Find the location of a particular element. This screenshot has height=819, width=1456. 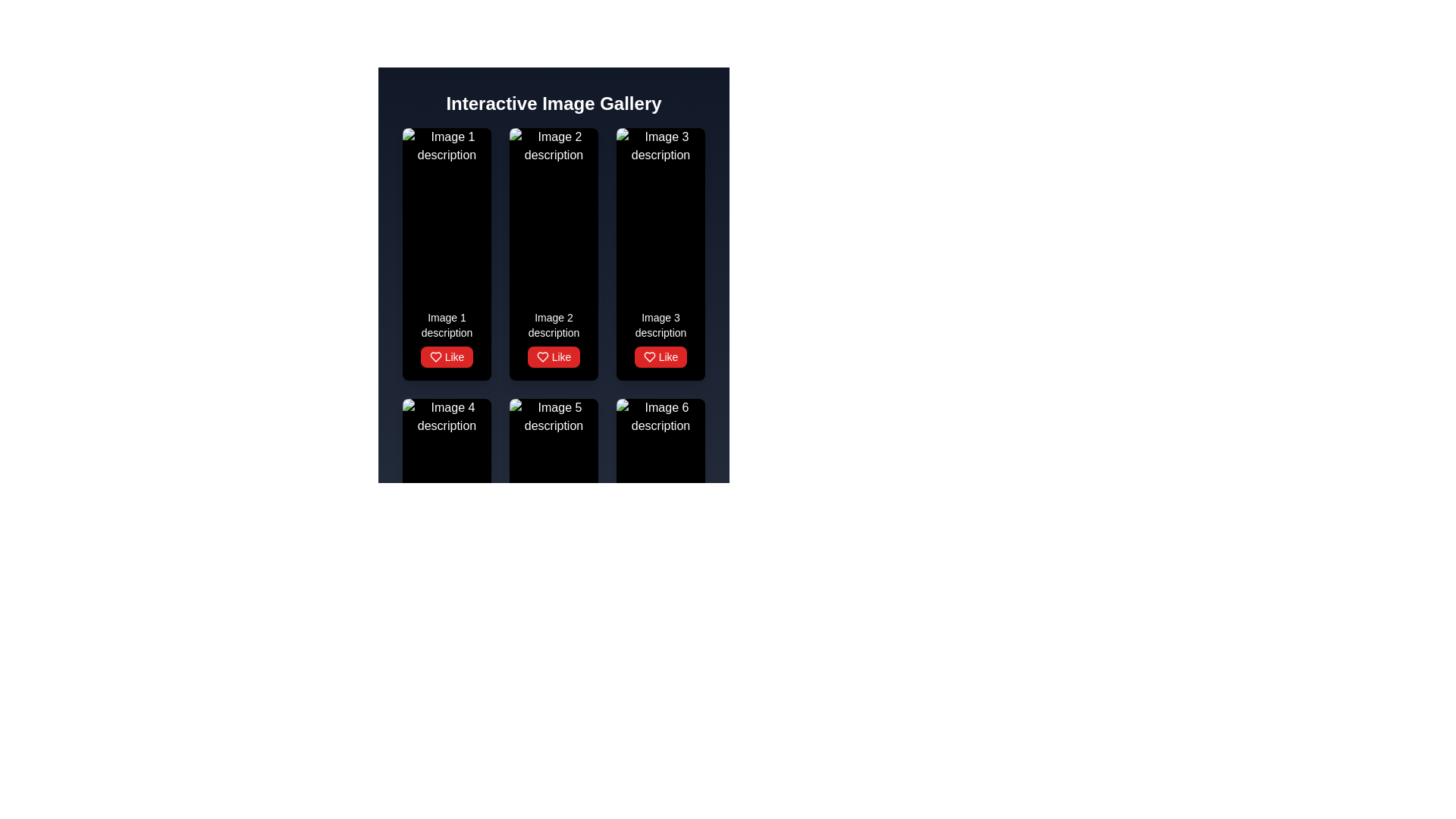

the 'Like' button with a heart icon in the first card component of the gallery is located at coordinates (446, 338).